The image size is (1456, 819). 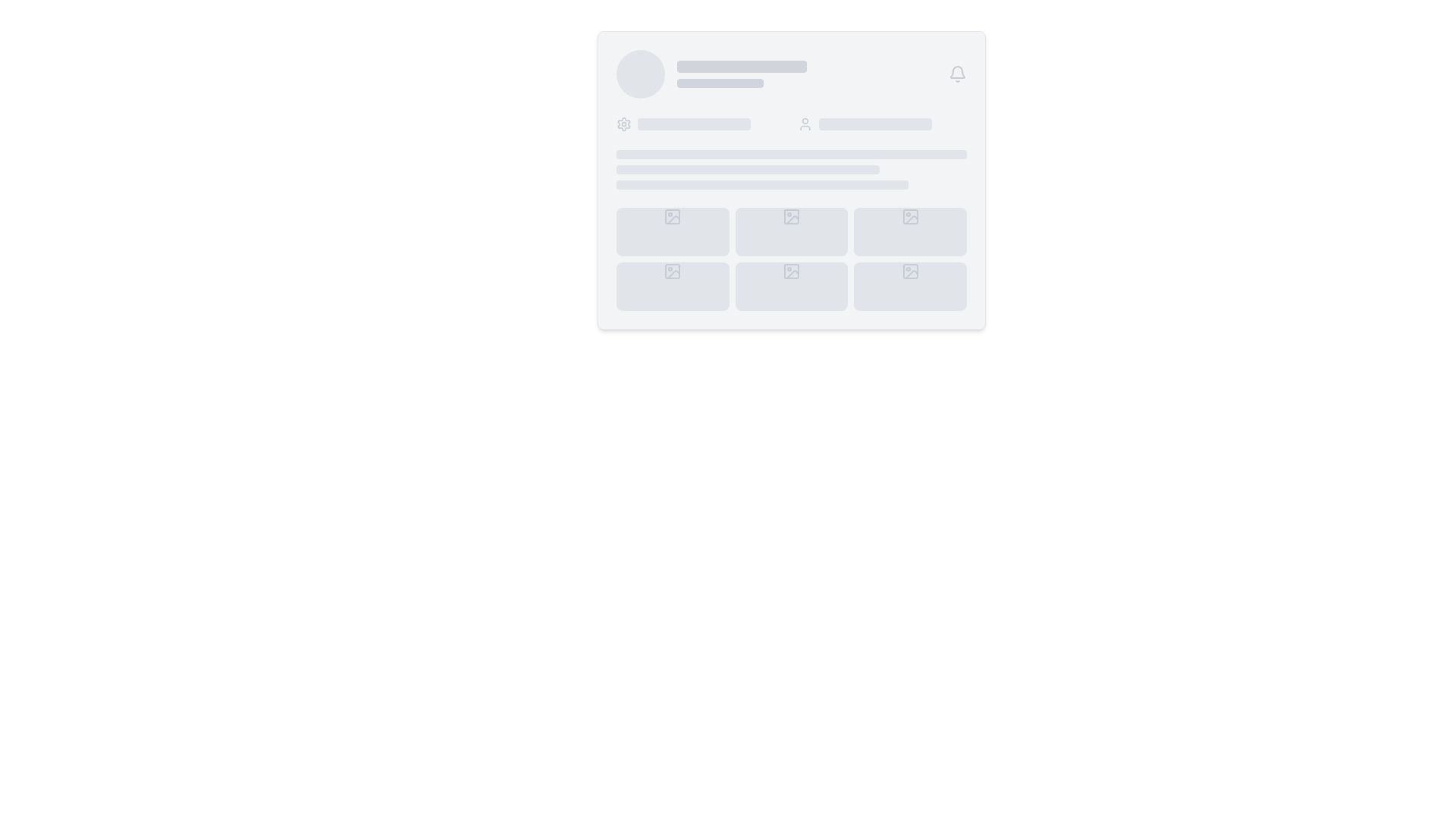 What do you see at coordinates (623, 124) in the screenshot?
I see `the gear/settings icon located in the upper central area of the interface, adjacent to an input or text display field` at bounding box center [623, 124].